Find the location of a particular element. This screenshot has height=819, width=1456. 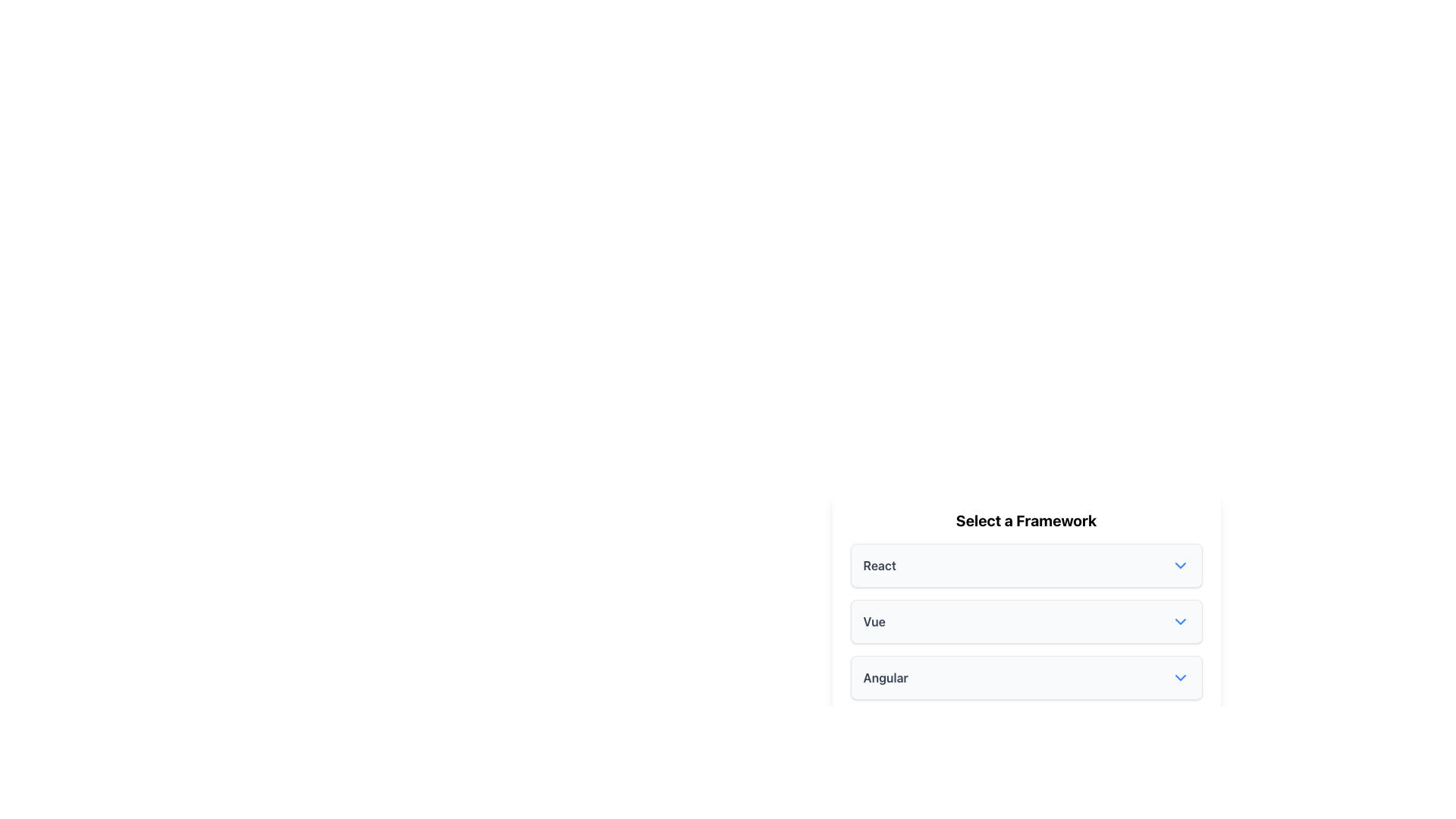

the Chevron Icon located on the right side of the 'React' text is located at coordinates (1179, 565).